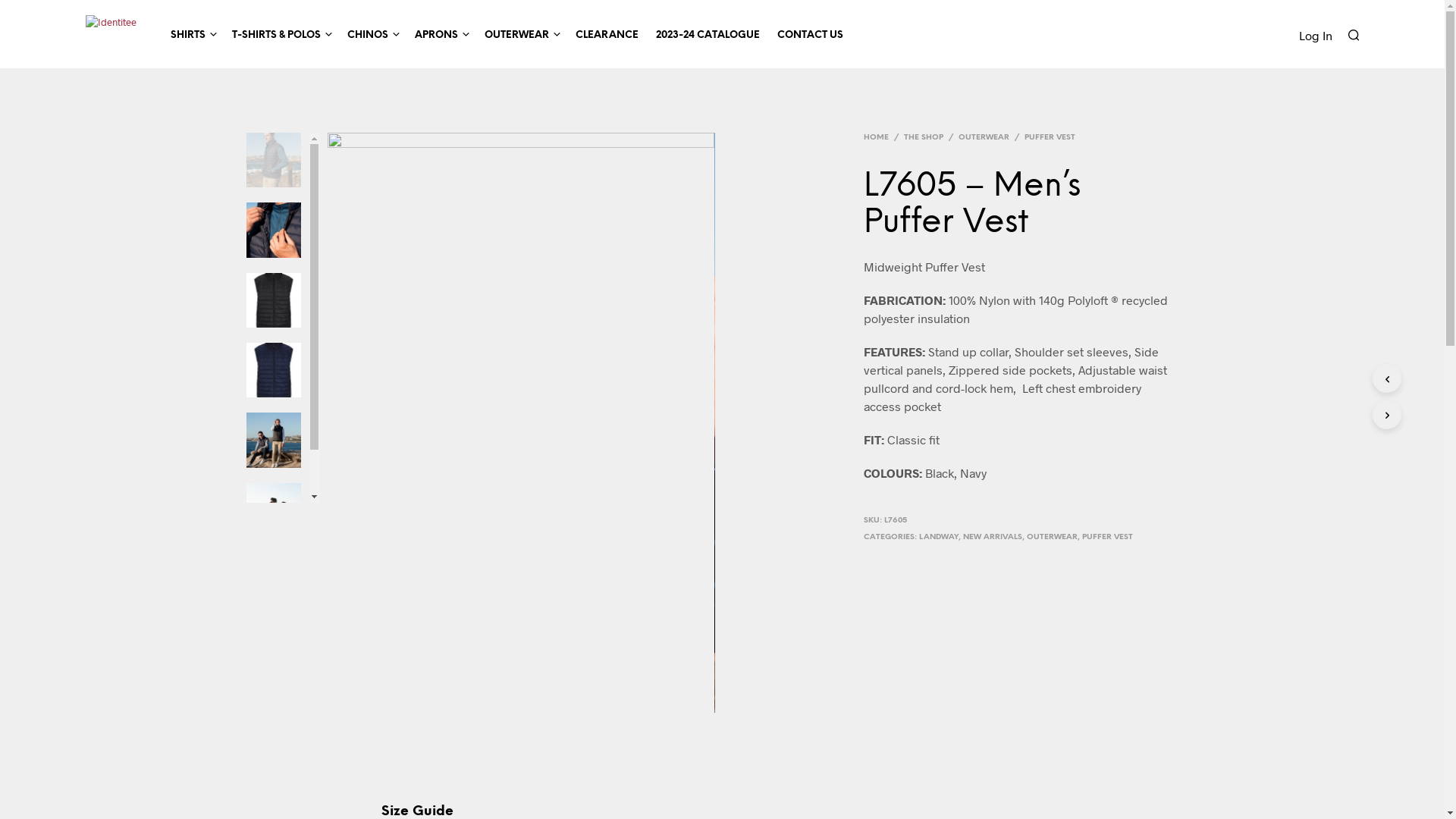 The width and height of the screenshot is (1456, 819). Describe the element at coordinates (516, 34) in the screenshot. I see `'OUTERWEAR'` at that location.